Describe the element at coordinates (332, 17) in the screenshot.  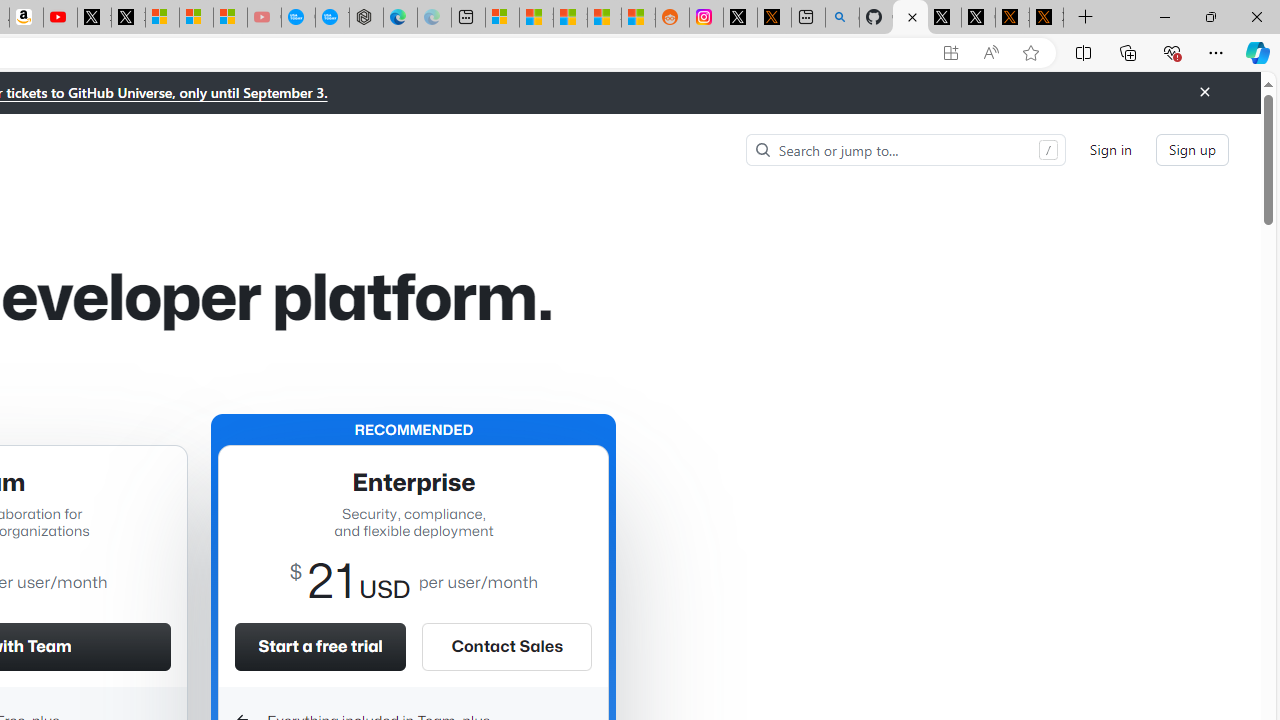
I see `'The most popular Google '` at that location.